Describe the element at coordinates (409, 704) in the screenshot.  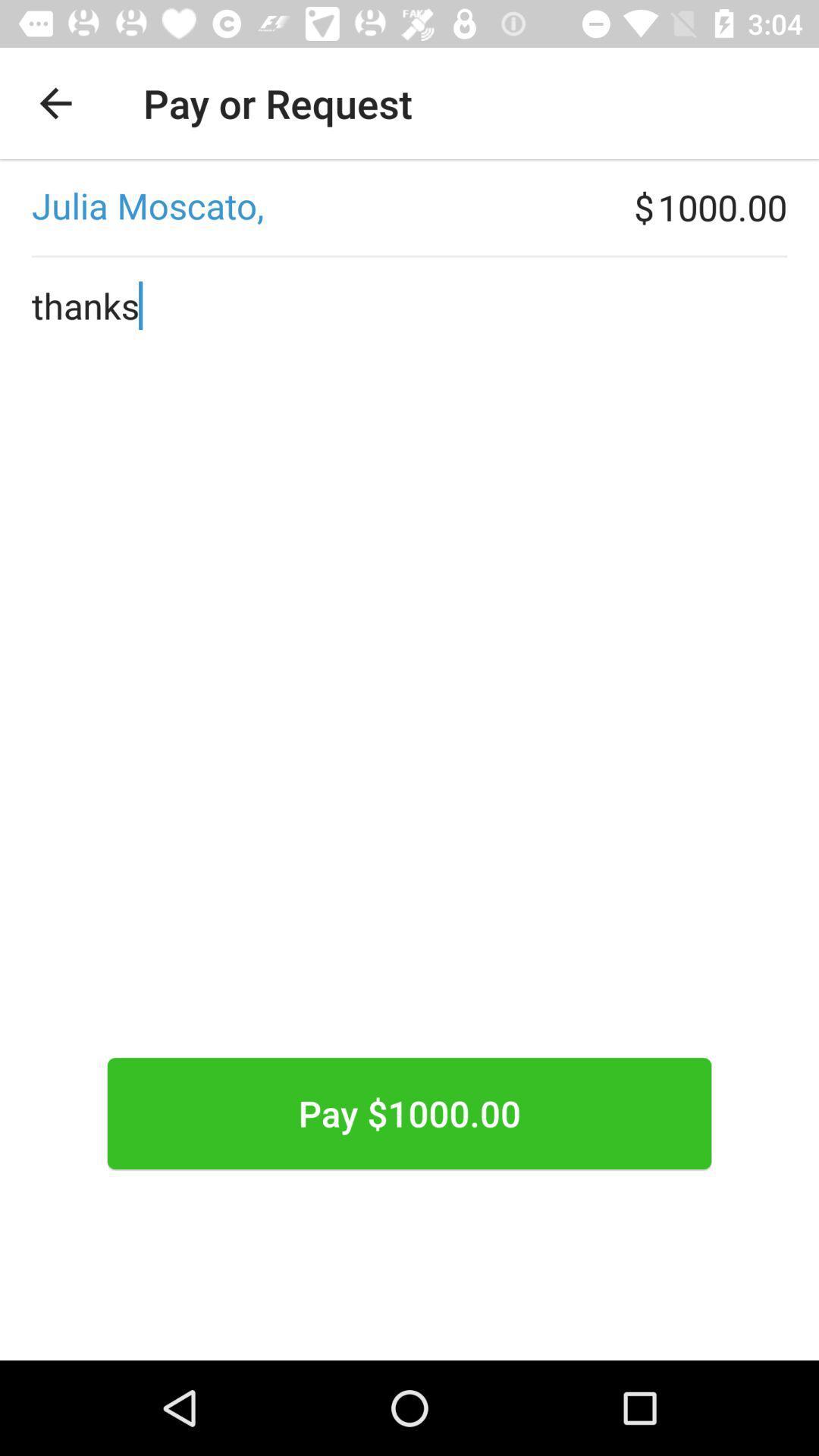
I see `icon at the center` at that location.